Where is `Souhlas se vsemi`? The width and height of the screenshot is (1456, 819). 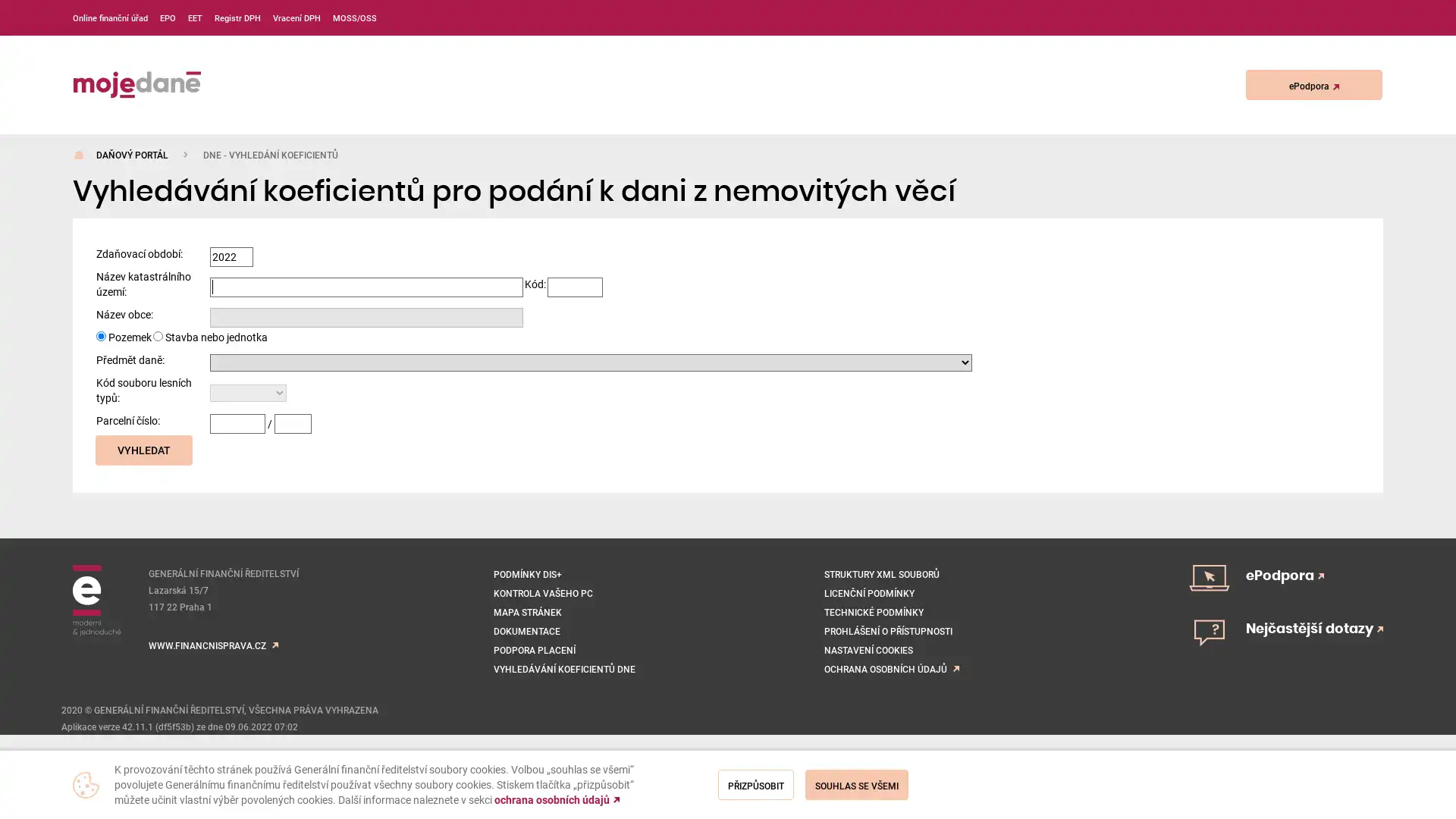 Souhlas se vsemi is located at coordinates (856, 784).